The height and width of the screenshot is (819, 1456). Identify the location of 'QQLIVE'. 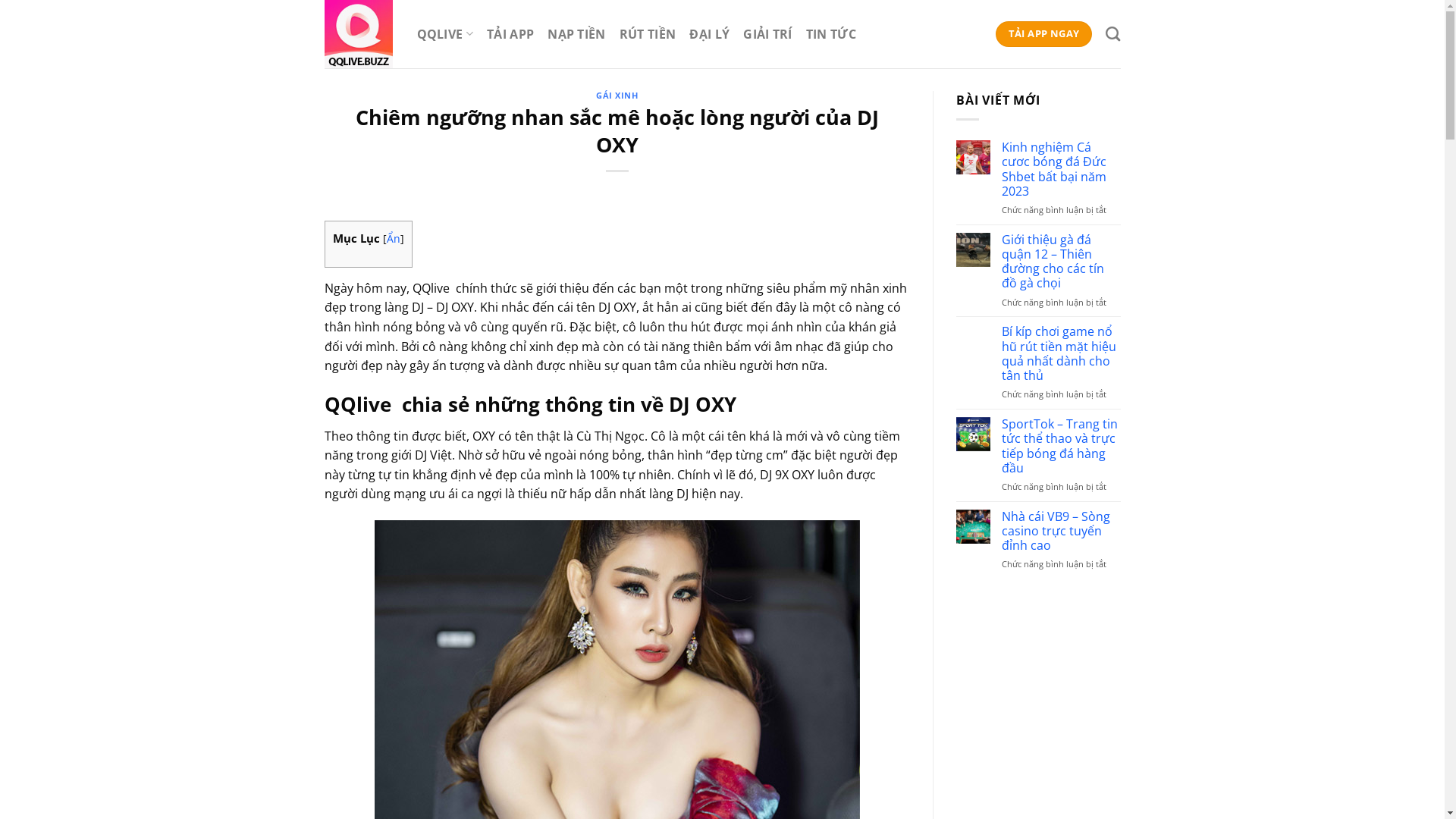
(444, 33).